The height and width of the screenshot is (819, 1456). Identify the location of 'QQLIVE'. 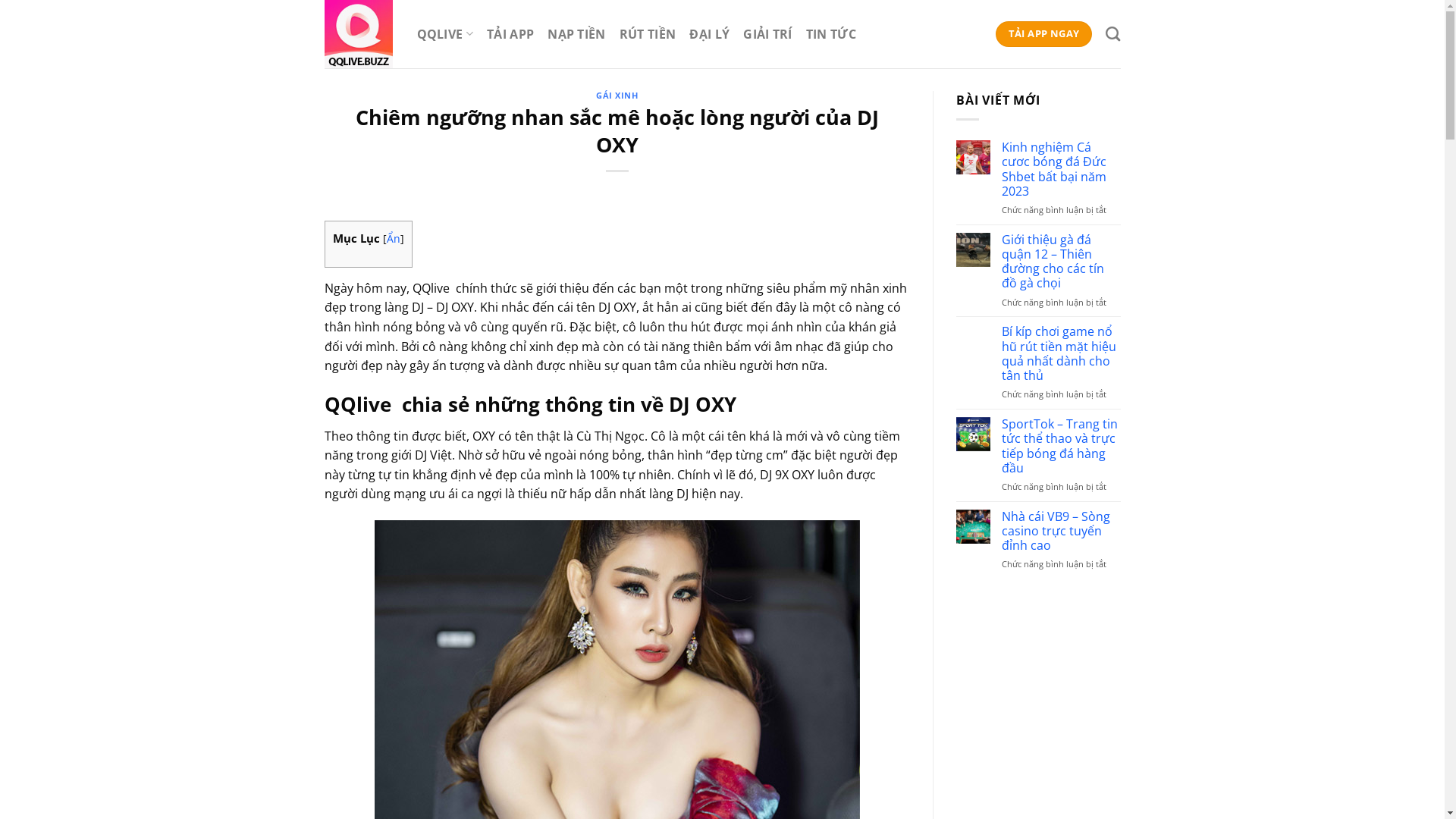
(444, 33).